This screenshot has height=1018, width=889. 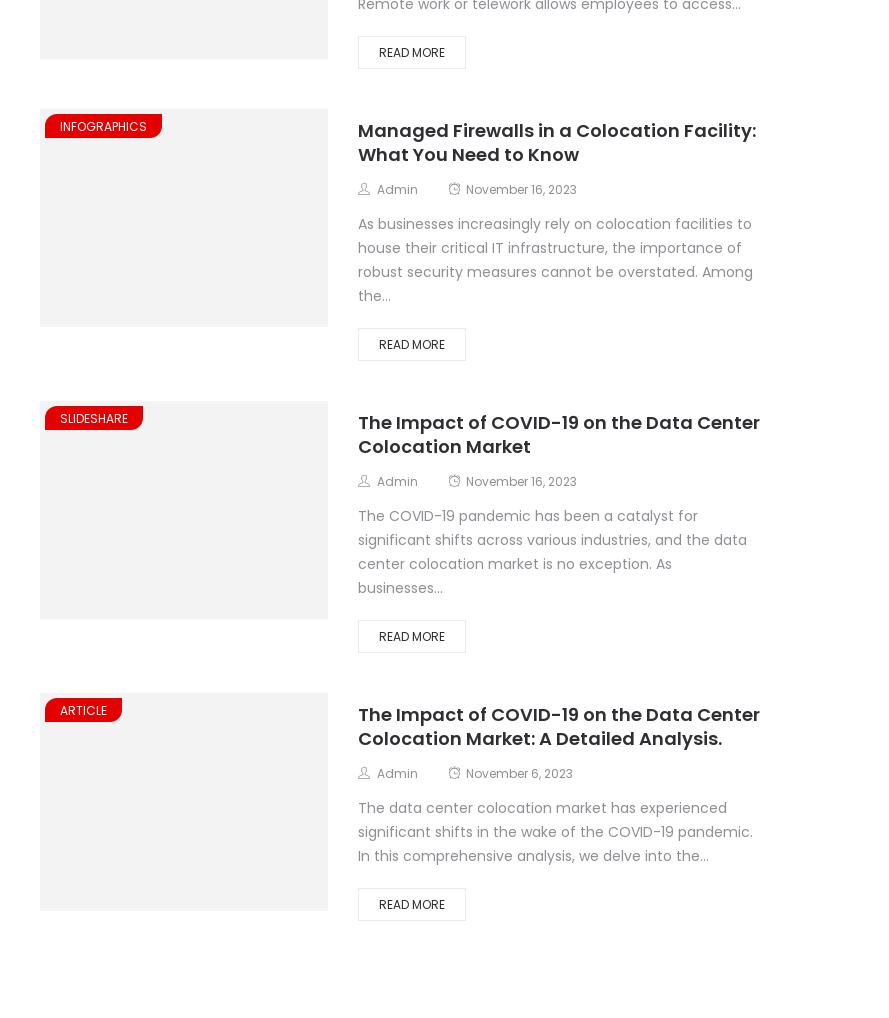 What do you see at coordinates (60, 709) in the screenshot?
I see `'Article'` at bounding box center [60, 709].